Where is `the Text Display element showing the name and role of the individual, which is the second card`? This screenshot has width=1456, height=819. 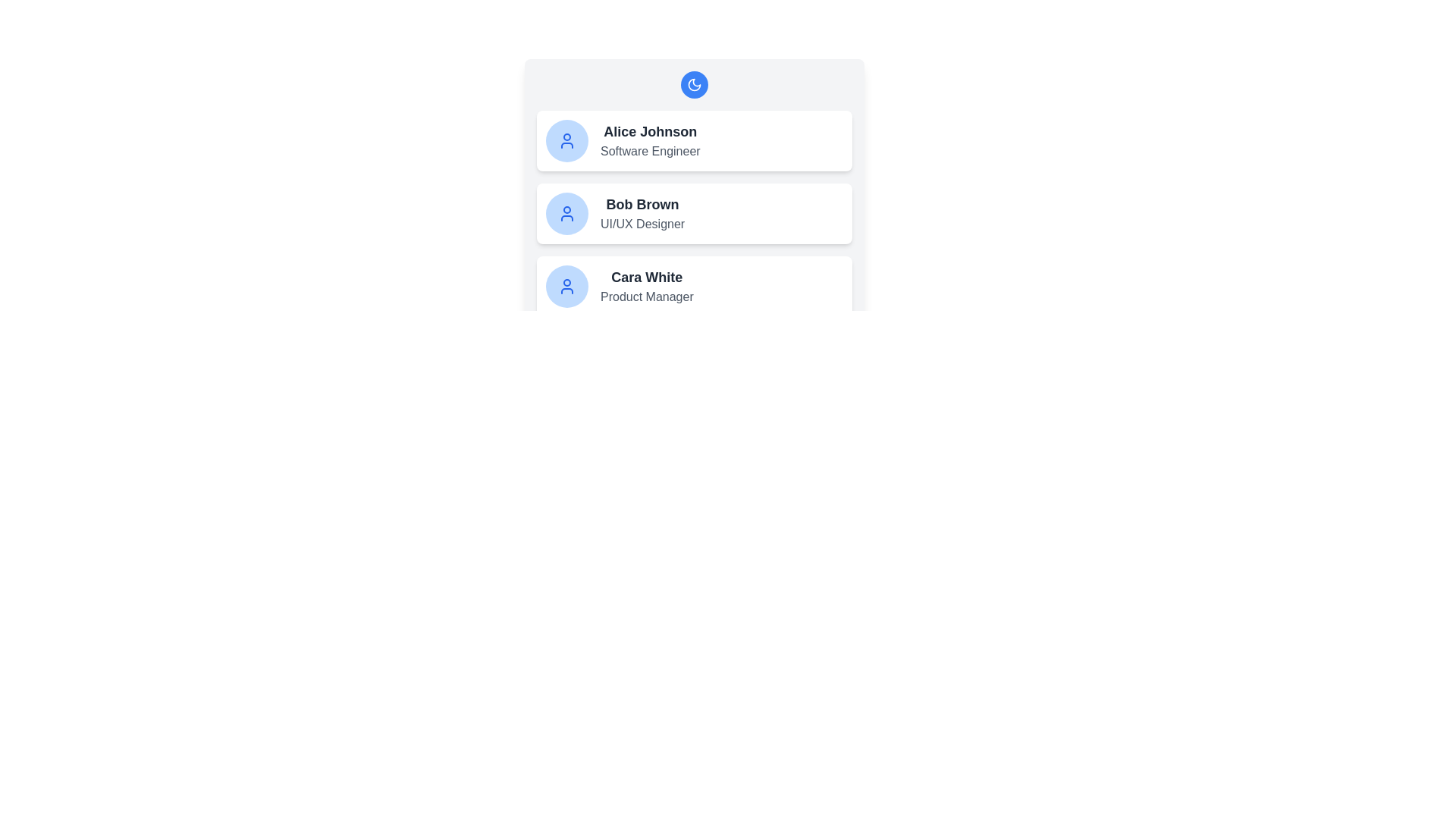 the Text Display element showing the name and role of the individual, which is the second card is located at coordinates (642, 213).